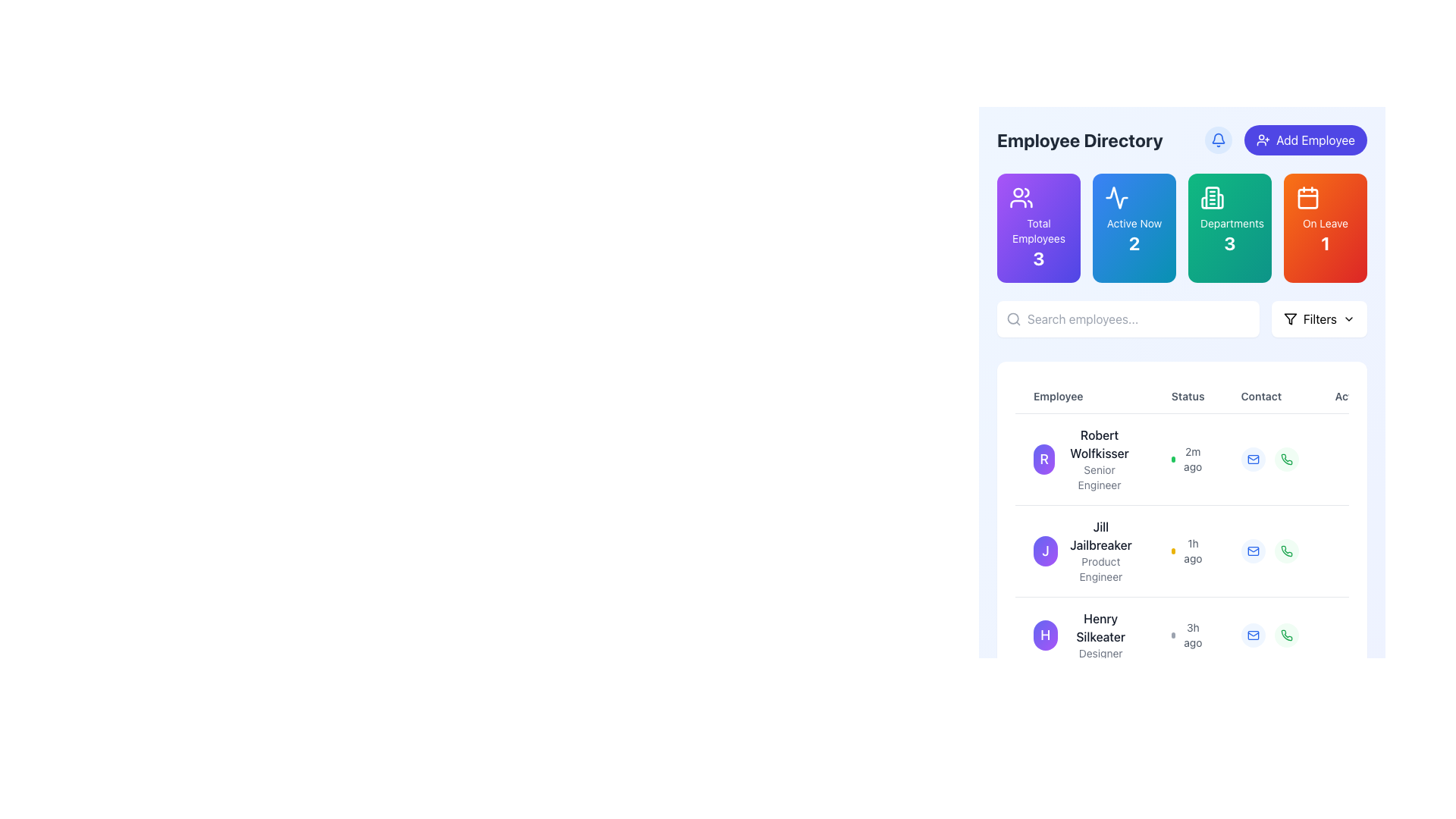 The height and width of the screenshot is (819, 1456). Describe the element at coordinates (1083, 551) in the screenshot. I see `the Profile card representing an individual employee's details, located second from the top in the employee listing section, below 'Robert Wolfkisser' and above 'Henry Silkeater'` at that location.